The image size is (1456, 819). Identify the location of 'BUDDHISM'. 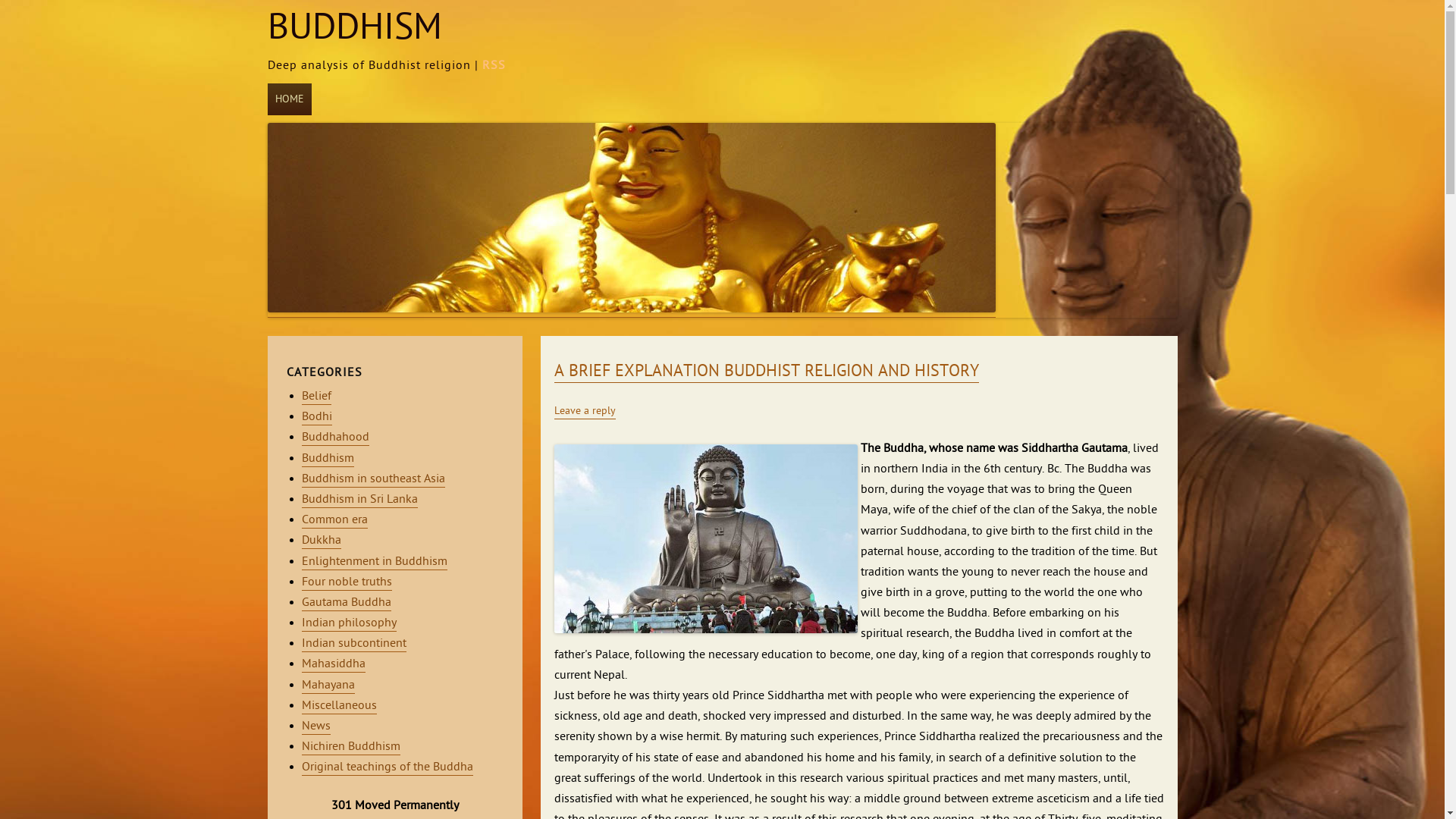
(266, 28).